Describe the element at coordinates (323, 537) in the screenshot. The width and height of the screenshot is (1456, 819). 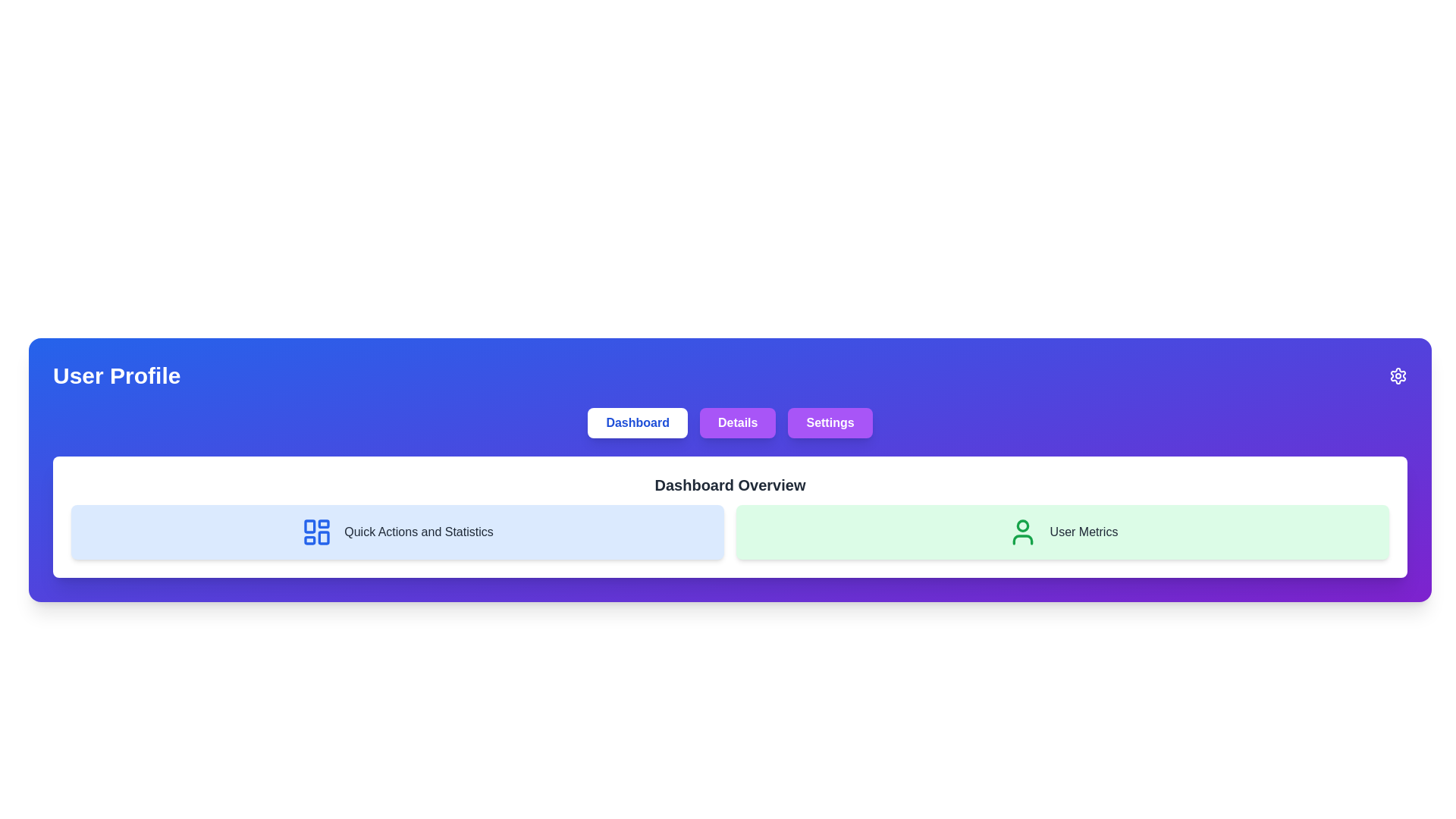
I see `the small decorative rectangle located in the lower-right corner of the icon within the 'Quick Actions and Statistics' section` at that location.